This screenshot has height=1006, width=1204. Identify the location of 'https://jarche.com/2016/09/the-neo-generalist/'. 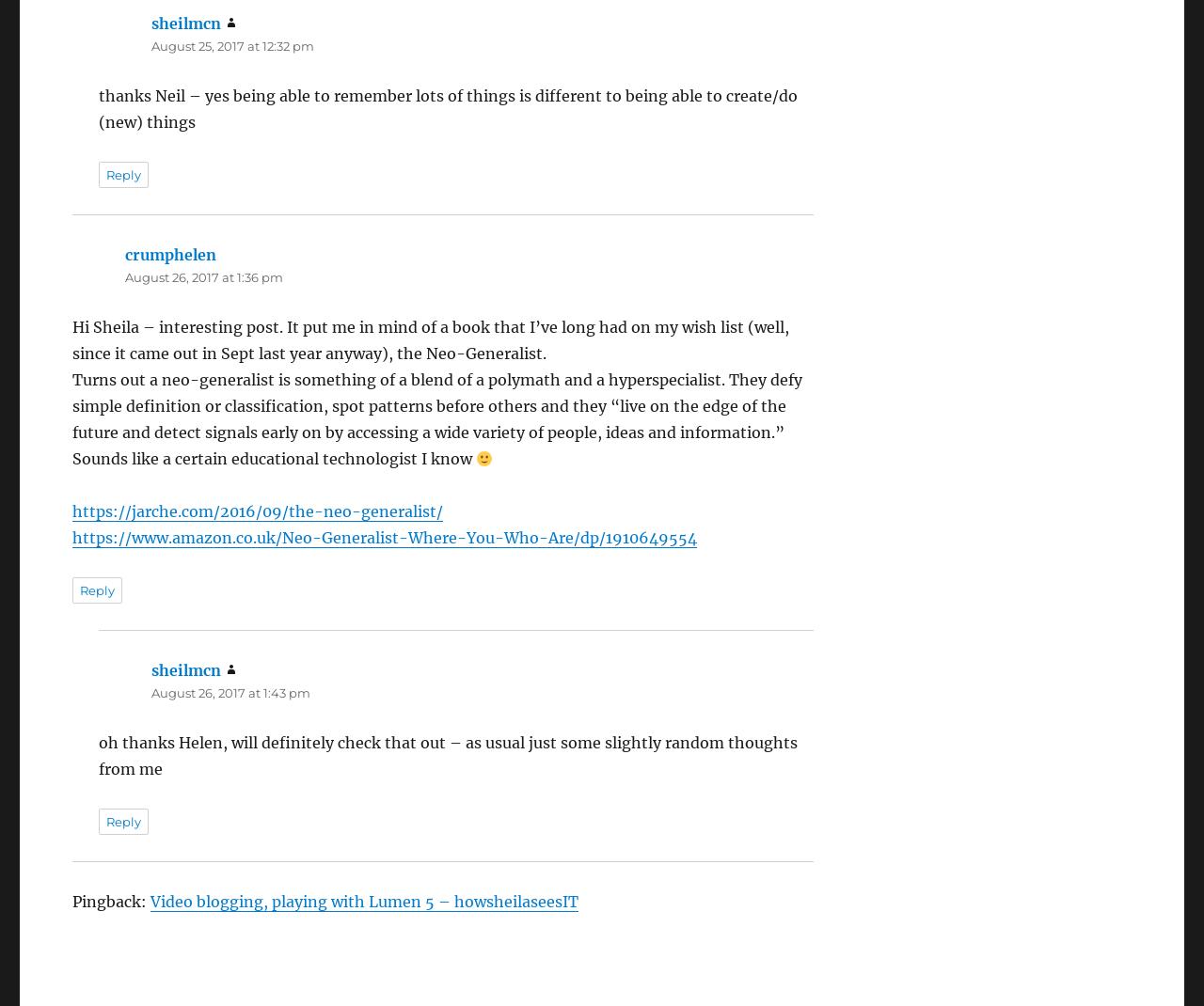
(257, 510).